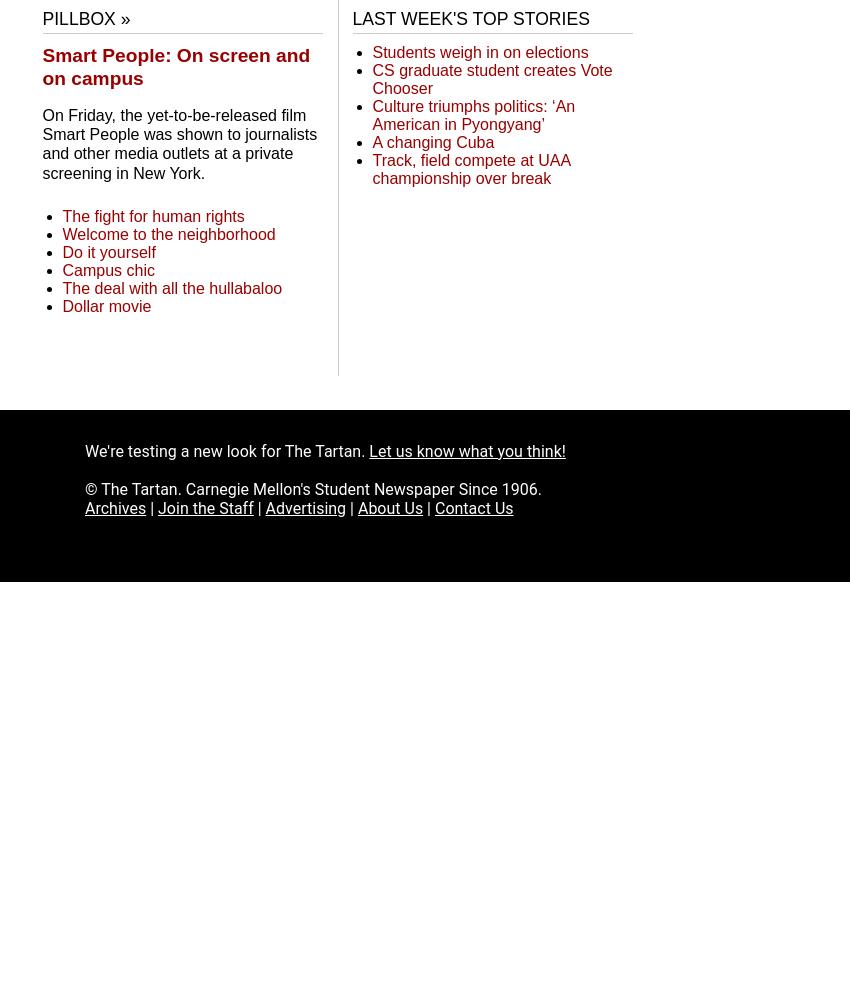 Image resolution: width=850 pixels, height=1000 pixels. I want to click on 'Join the Staff', so click(204, 507).